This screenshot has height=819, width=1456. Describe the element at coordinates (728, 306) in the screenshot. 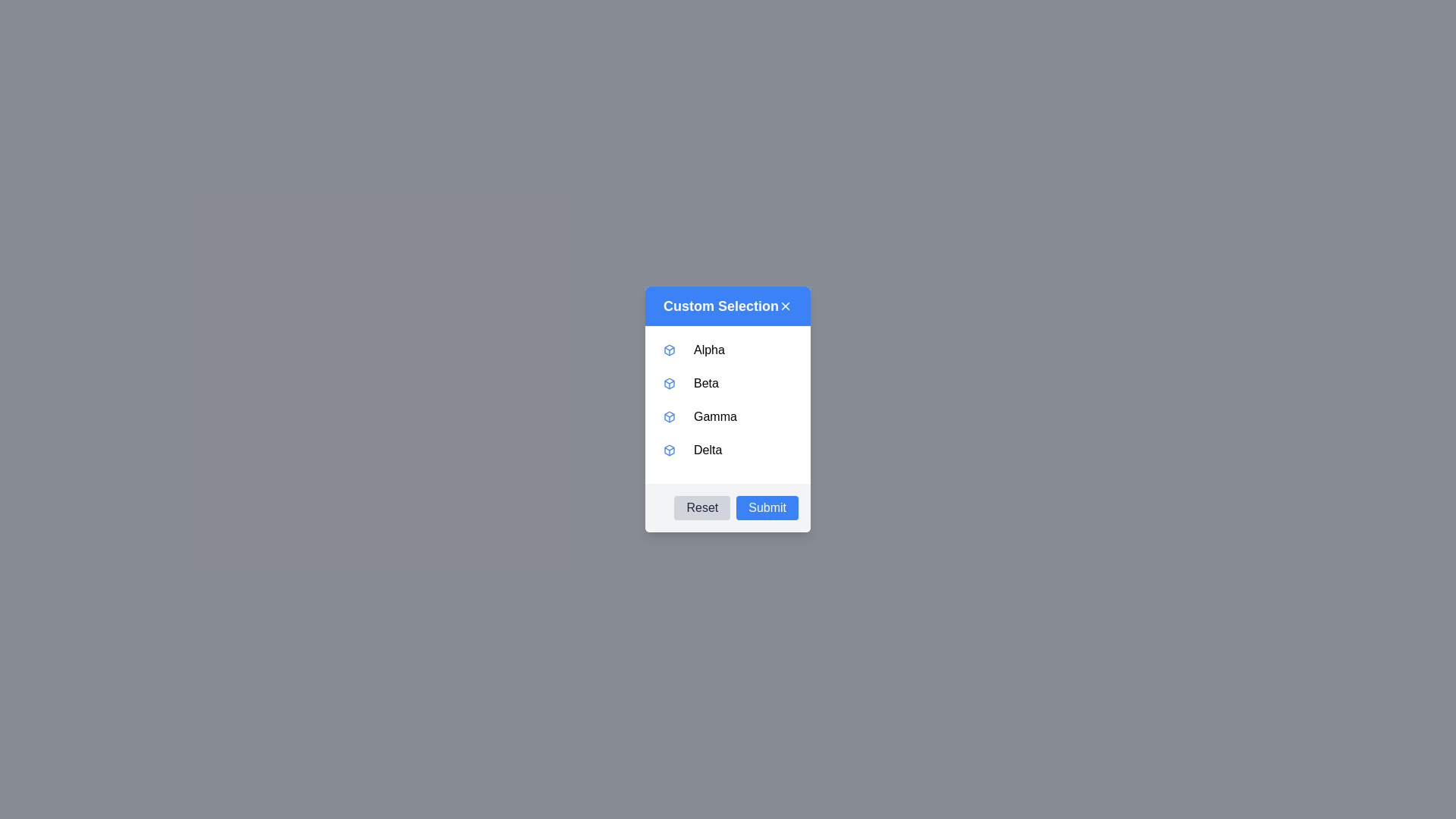

I see `the Header bar of the modal window labeled 'Custom Selection', which spans the entire width at the top of the modal` at that location.